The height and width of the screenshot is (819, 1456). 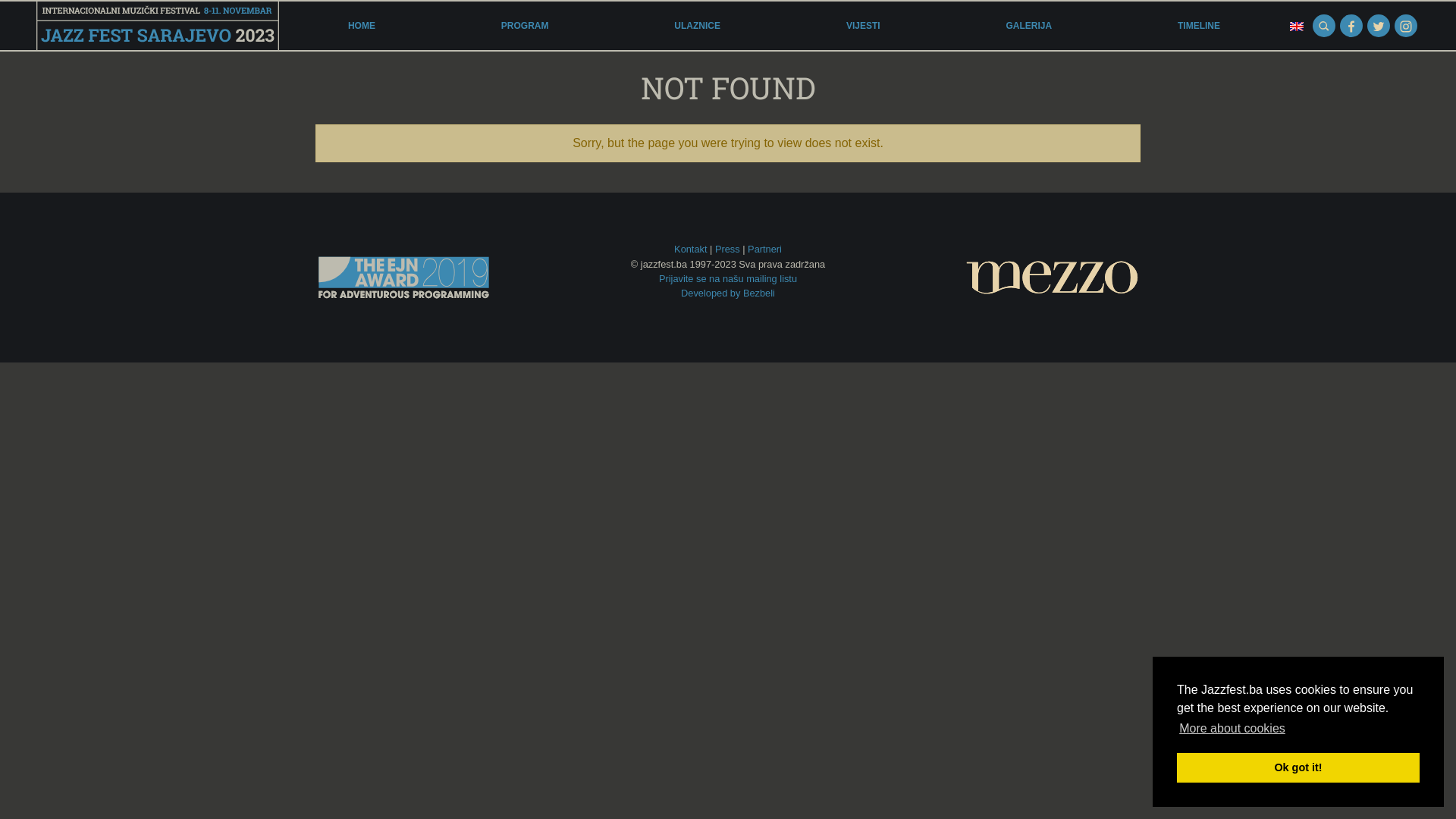 I want to click on 'VIJESTI', so click(x=839, y=26).